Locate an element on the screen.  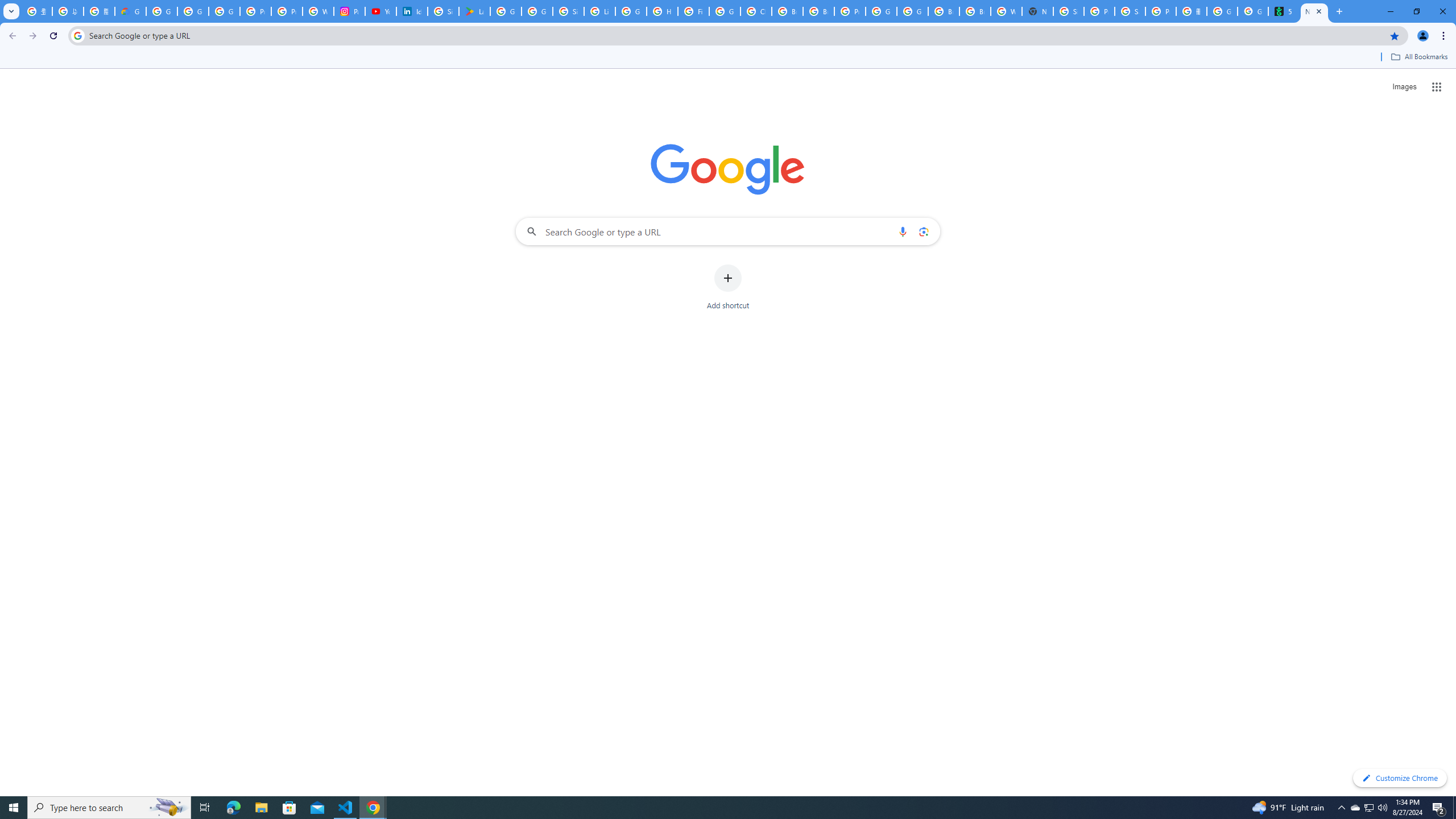
'YouTube Culture & Trends - On The Rise: Handcam Videos' is located at coordinates (380, 11).